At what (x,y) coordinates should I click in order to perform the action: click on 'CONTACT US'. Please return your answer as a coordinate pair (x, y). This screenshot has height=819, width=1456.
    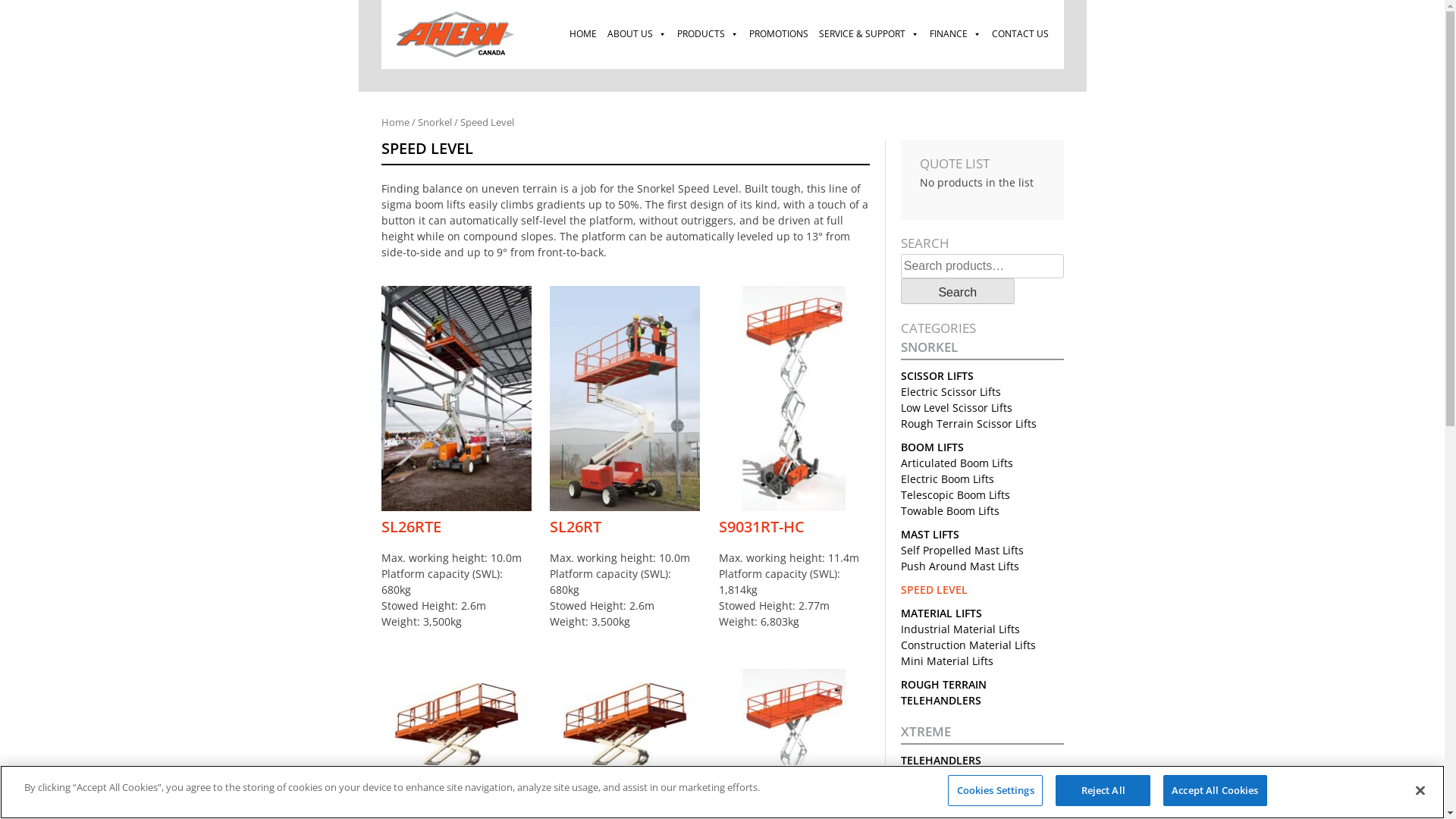
    Looking at the image, I should click on (1019, 34).